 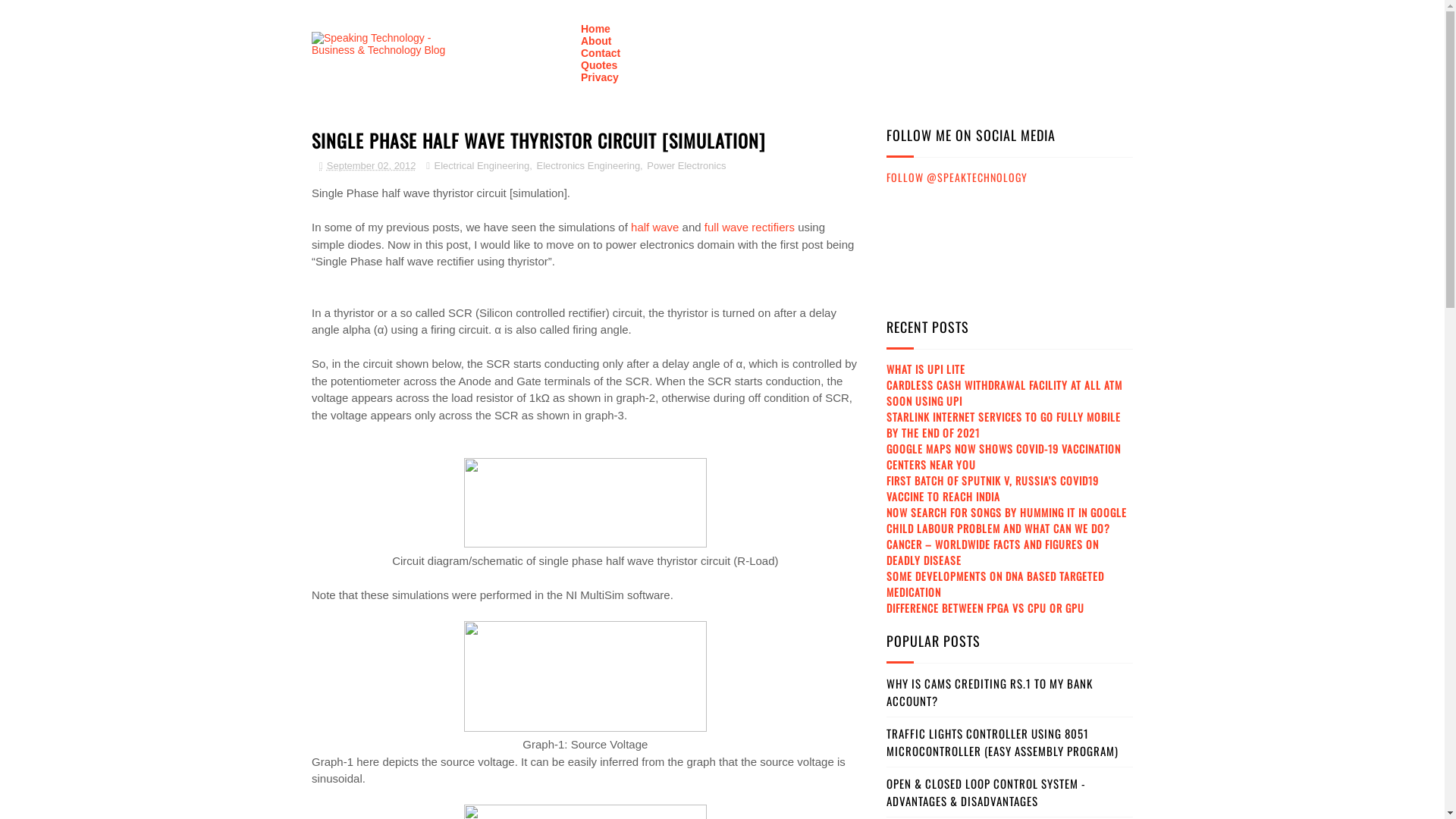 I want to click on 'Quotes', so click(x=598, y=64).